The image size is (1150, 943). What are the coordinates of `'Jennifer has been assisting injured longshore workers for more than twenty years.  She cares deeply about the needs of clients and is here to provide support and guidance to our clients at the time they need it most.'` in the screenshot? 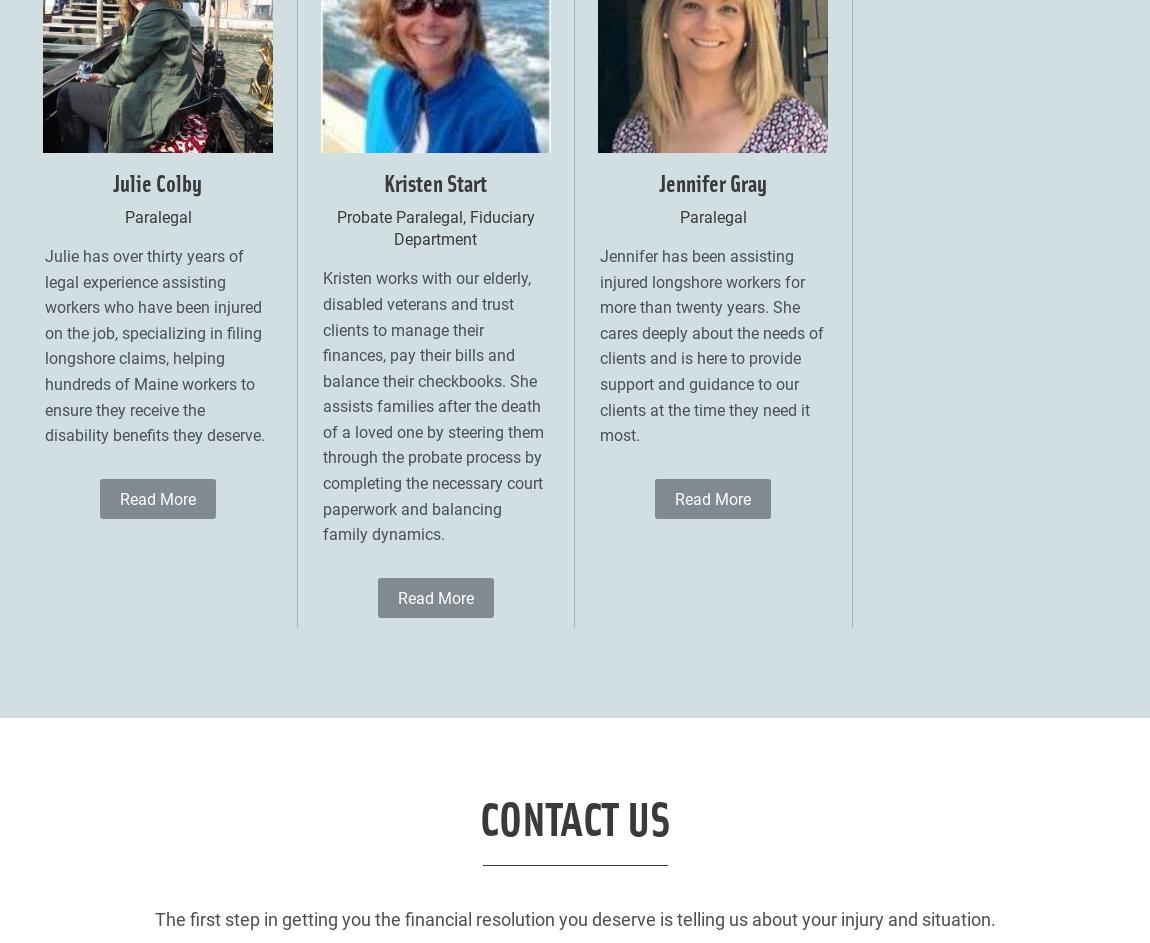 It's located at (598, 345).